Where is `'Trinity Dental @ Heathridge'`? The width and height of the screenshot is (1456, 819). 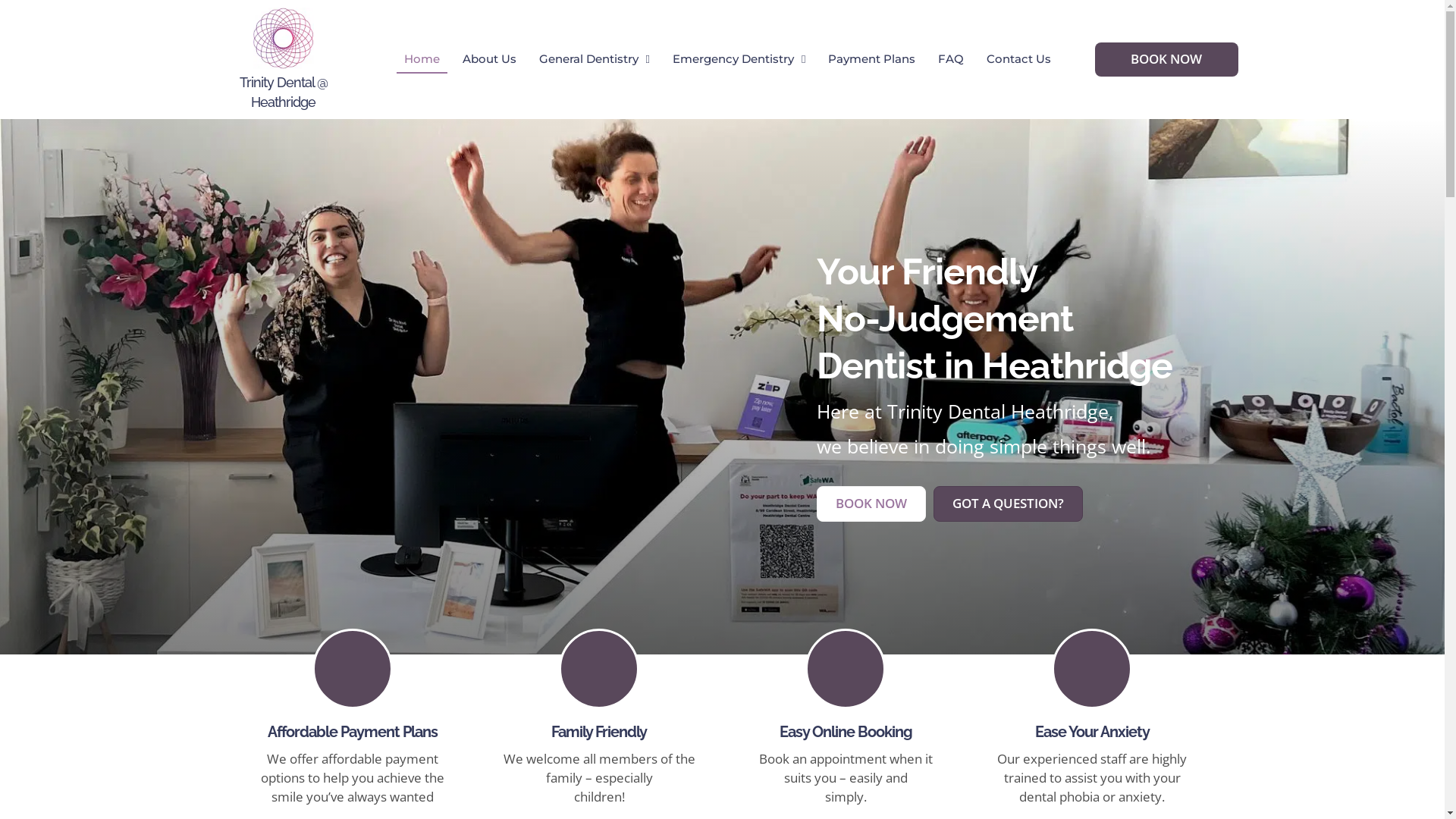
'Trinity Dental @ Heathridge' is located at coordinates (284, 91).